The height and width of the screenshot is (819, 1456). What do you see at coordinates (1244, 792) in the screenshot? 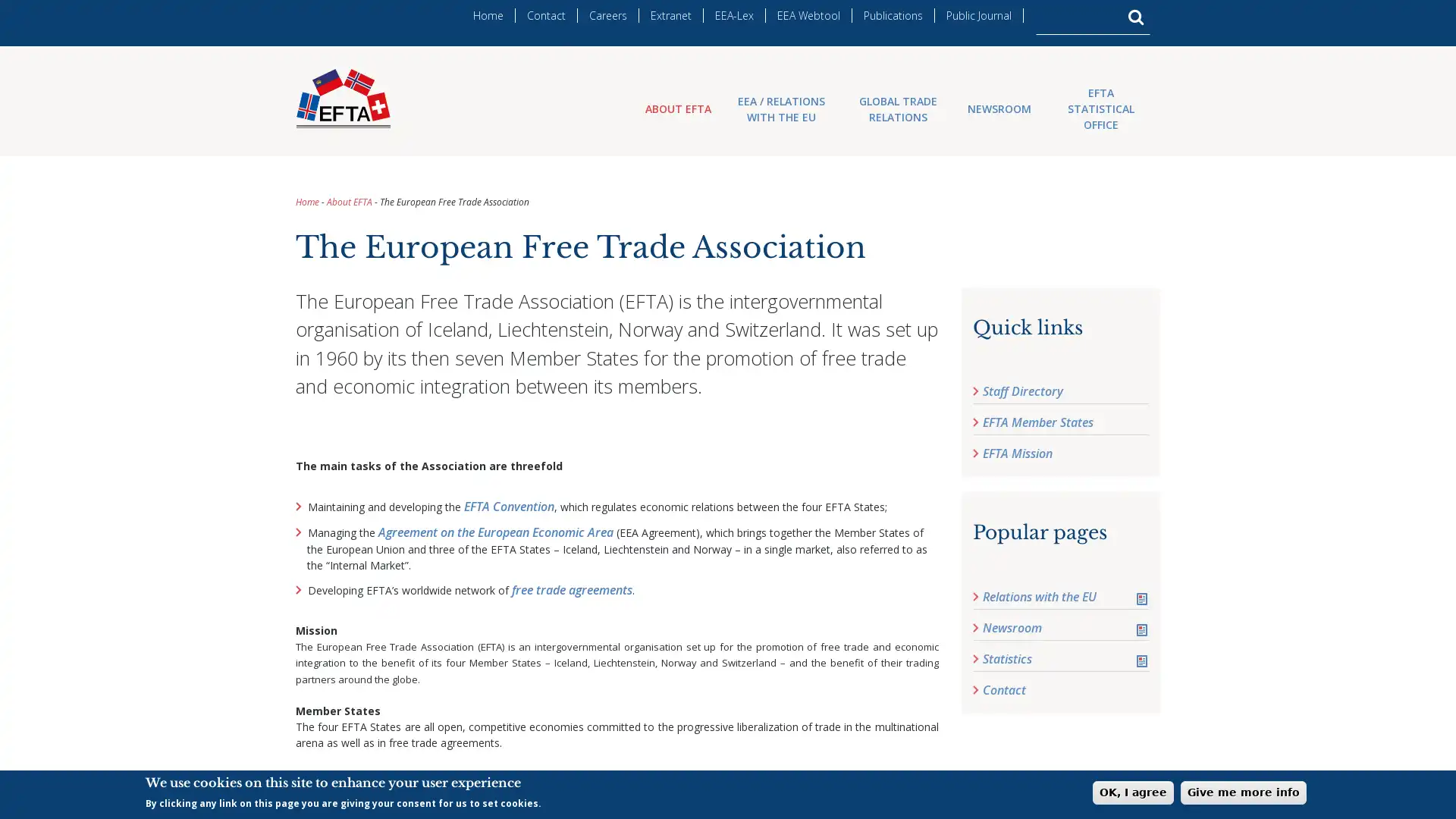
I see `Give me more info` at bounding box center [1244, 792].